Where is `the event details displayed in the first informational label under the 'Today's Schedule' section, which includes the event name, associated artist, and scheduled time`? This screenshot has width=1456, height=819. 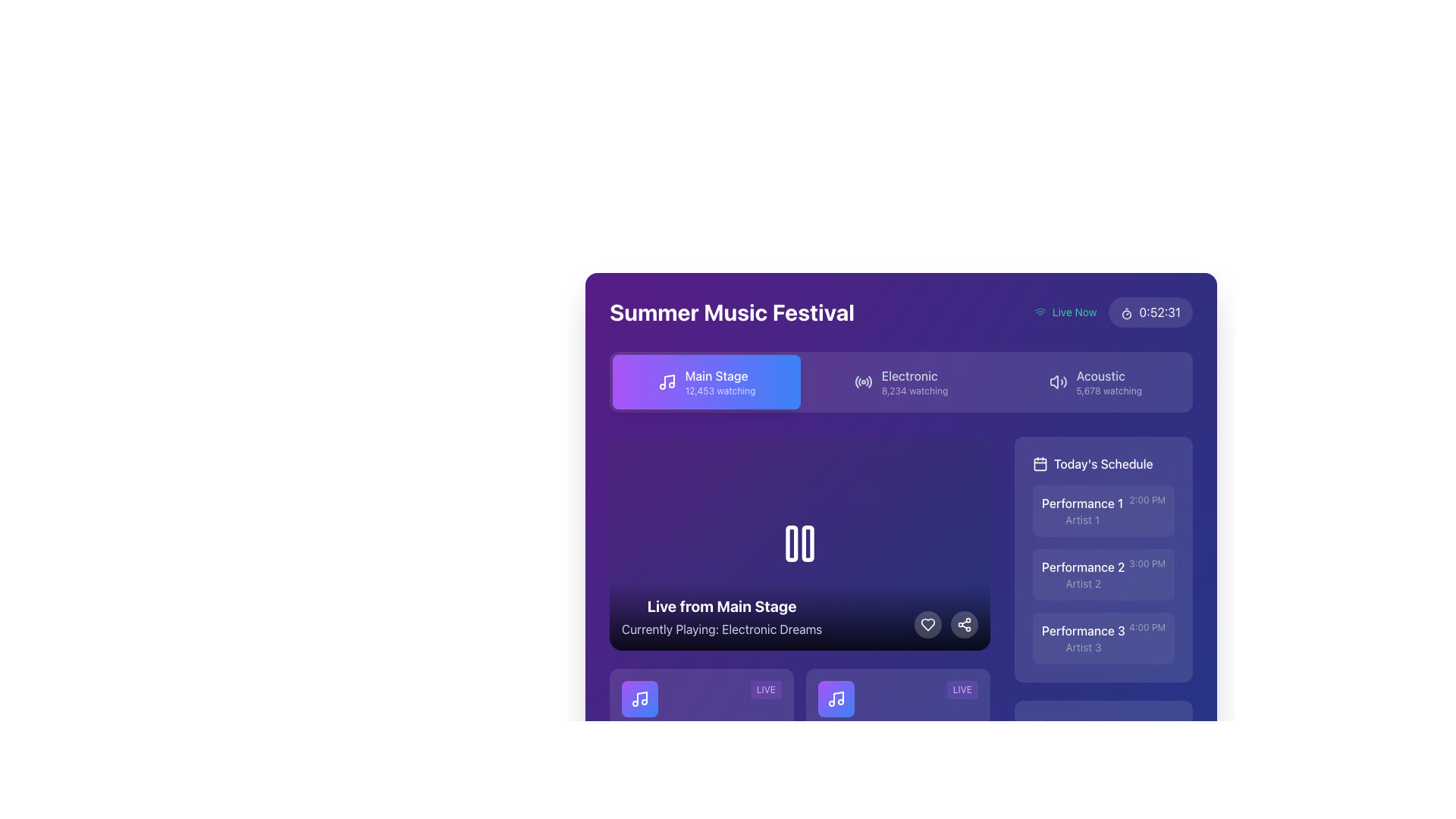
the event details displayed in the first informational label under the 'Today's Schedule' section, which includes the event name, associated artist, and scheduled time is located at coordinates (1103, 511).